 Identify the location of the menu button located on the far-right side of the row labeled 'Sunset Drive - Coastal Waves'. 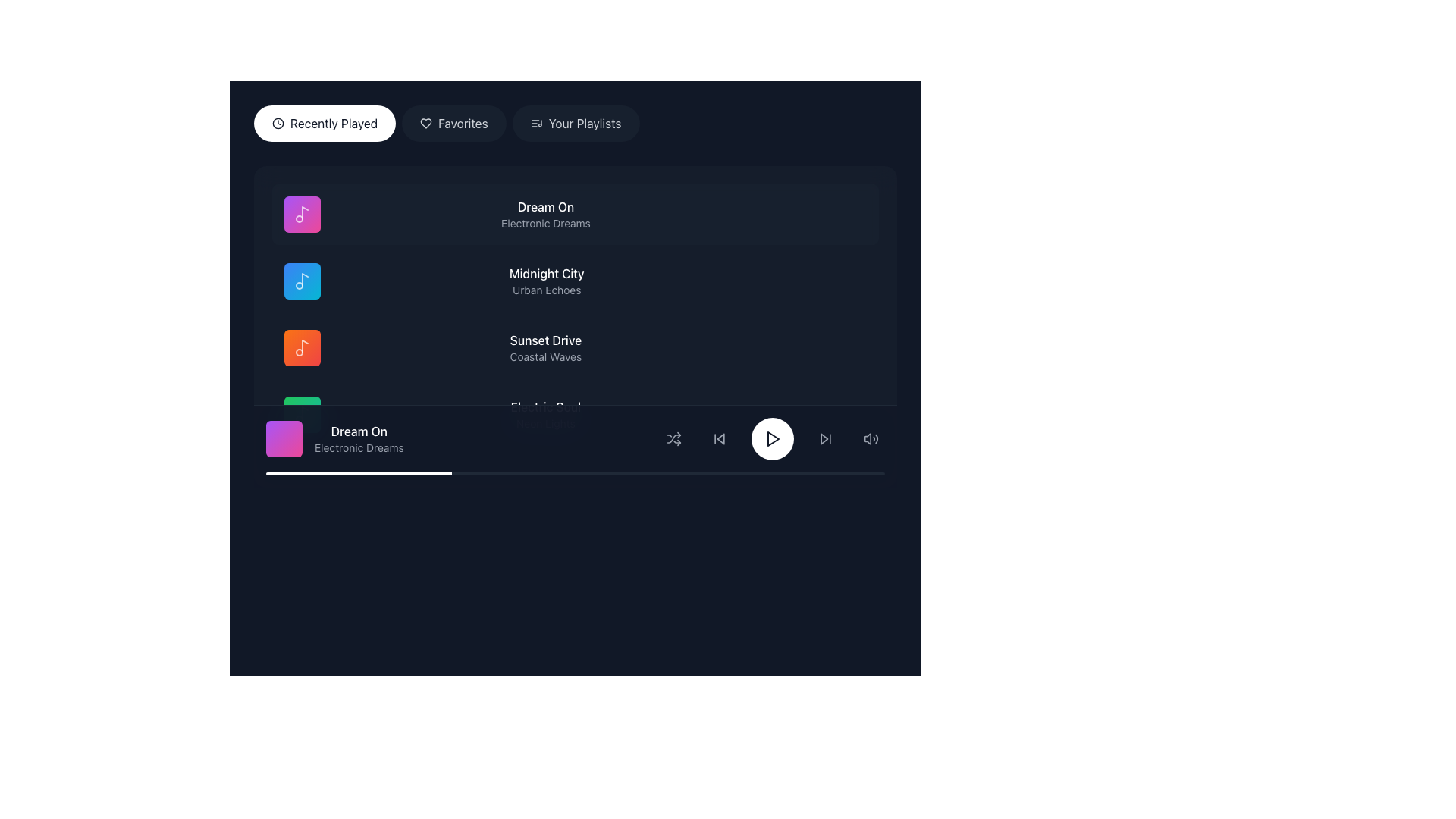
(855, 348).